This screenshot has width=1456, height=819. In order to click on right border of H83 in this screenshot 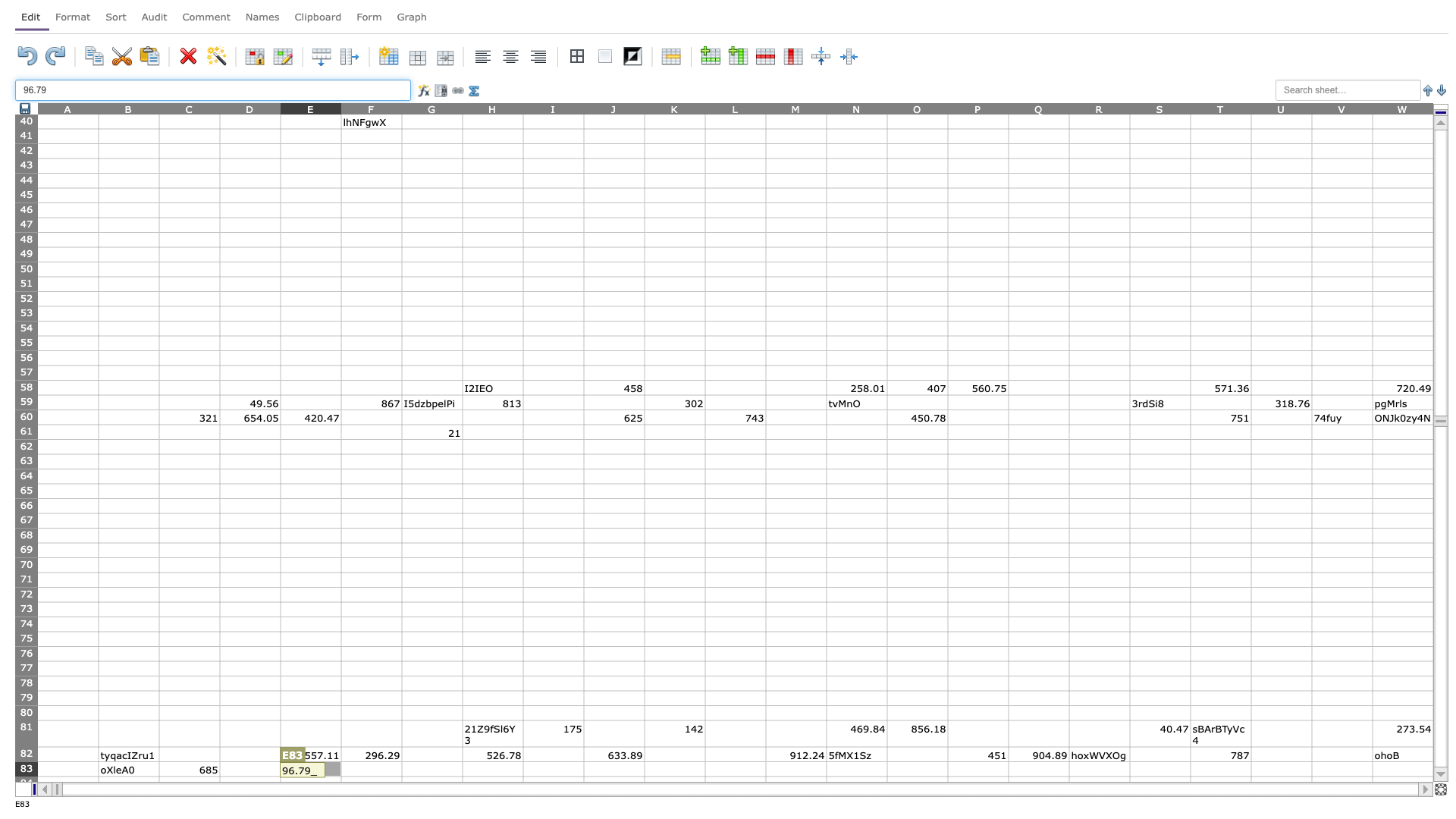, I will do `click(523, 769)`.